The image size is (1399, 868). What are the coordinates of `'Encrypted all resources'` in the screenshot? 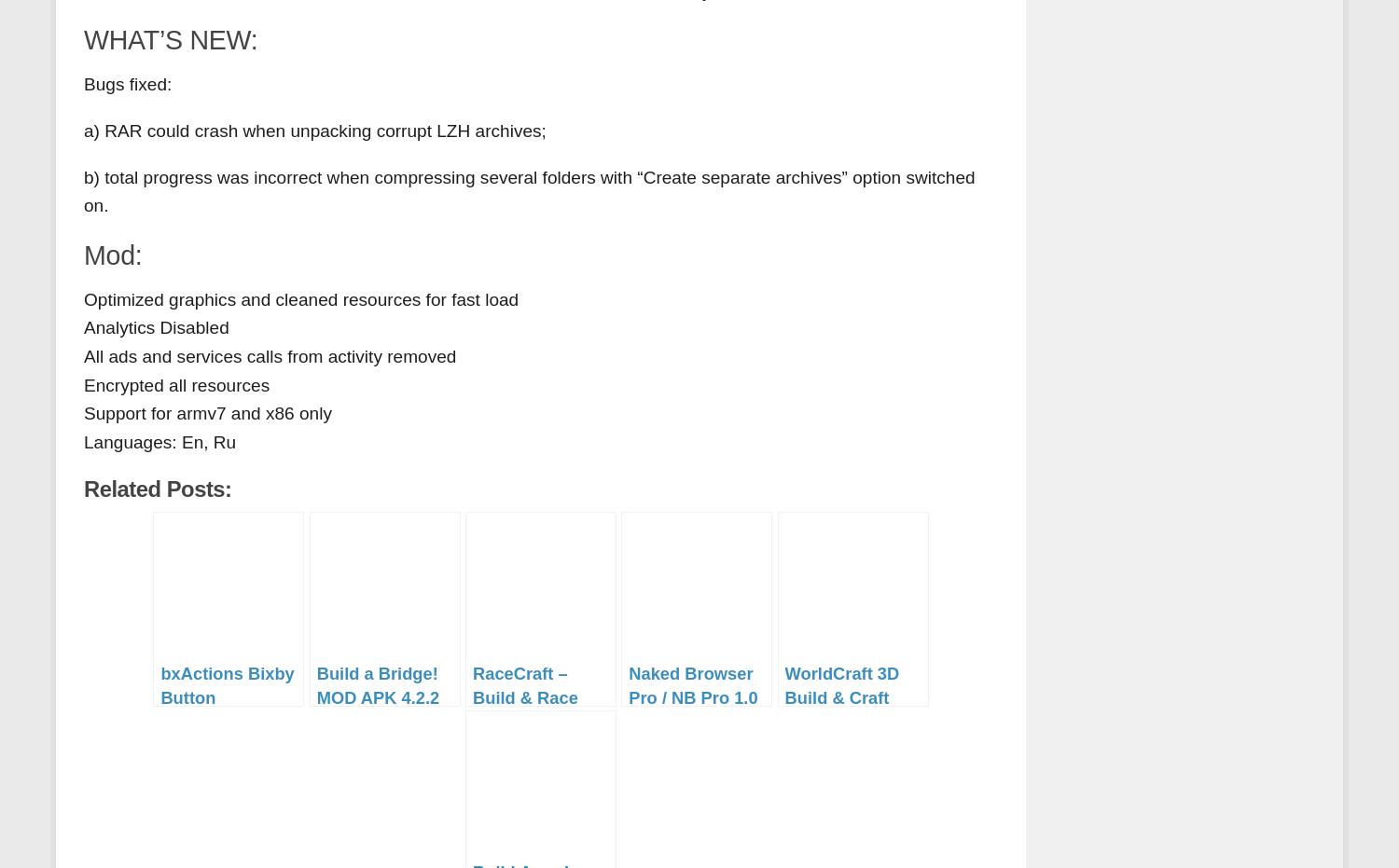 It's located at (175, 383).